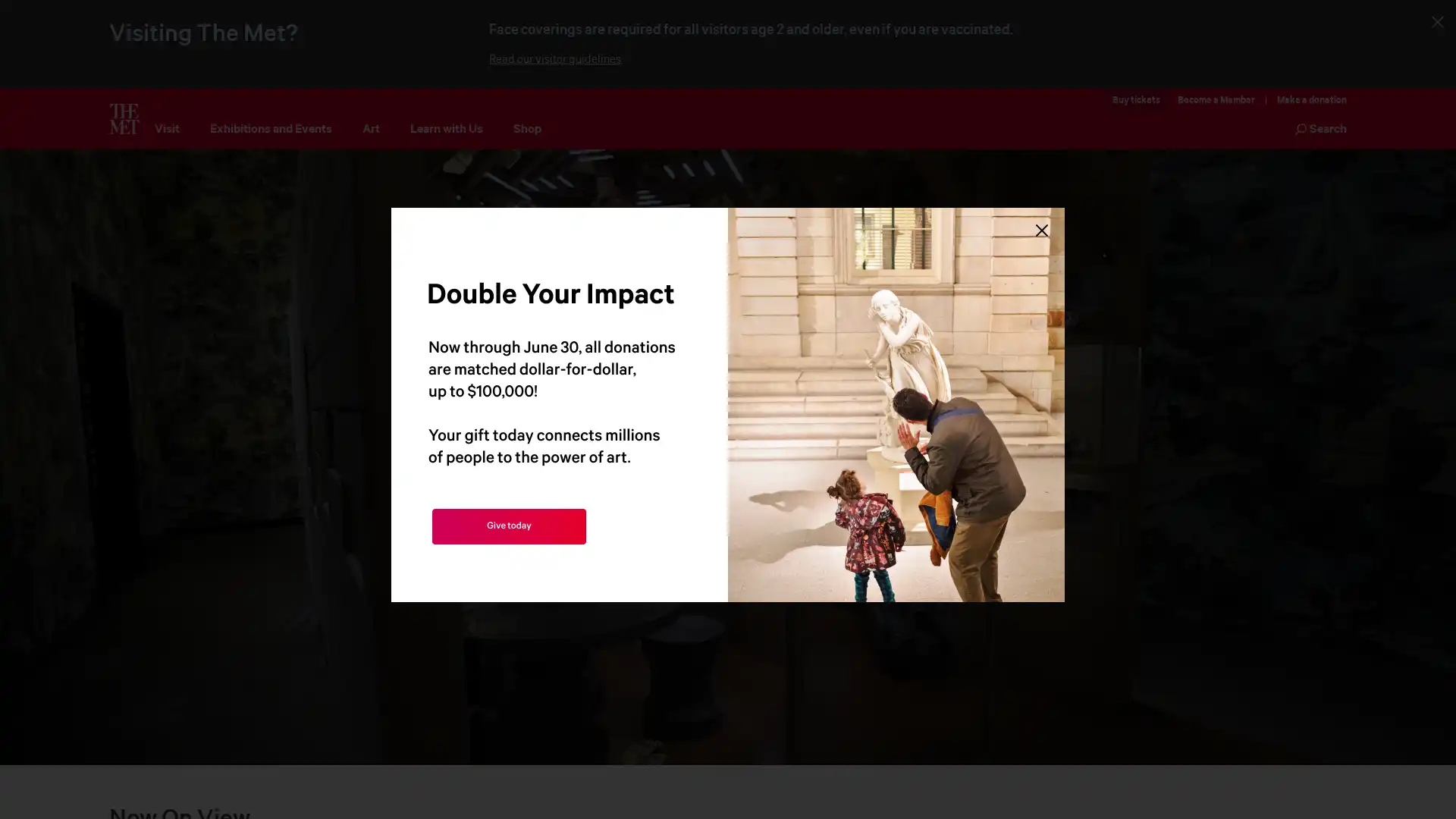 This screenshot has width=1456, height=819. I want to click on Search, so click(1319, 129).